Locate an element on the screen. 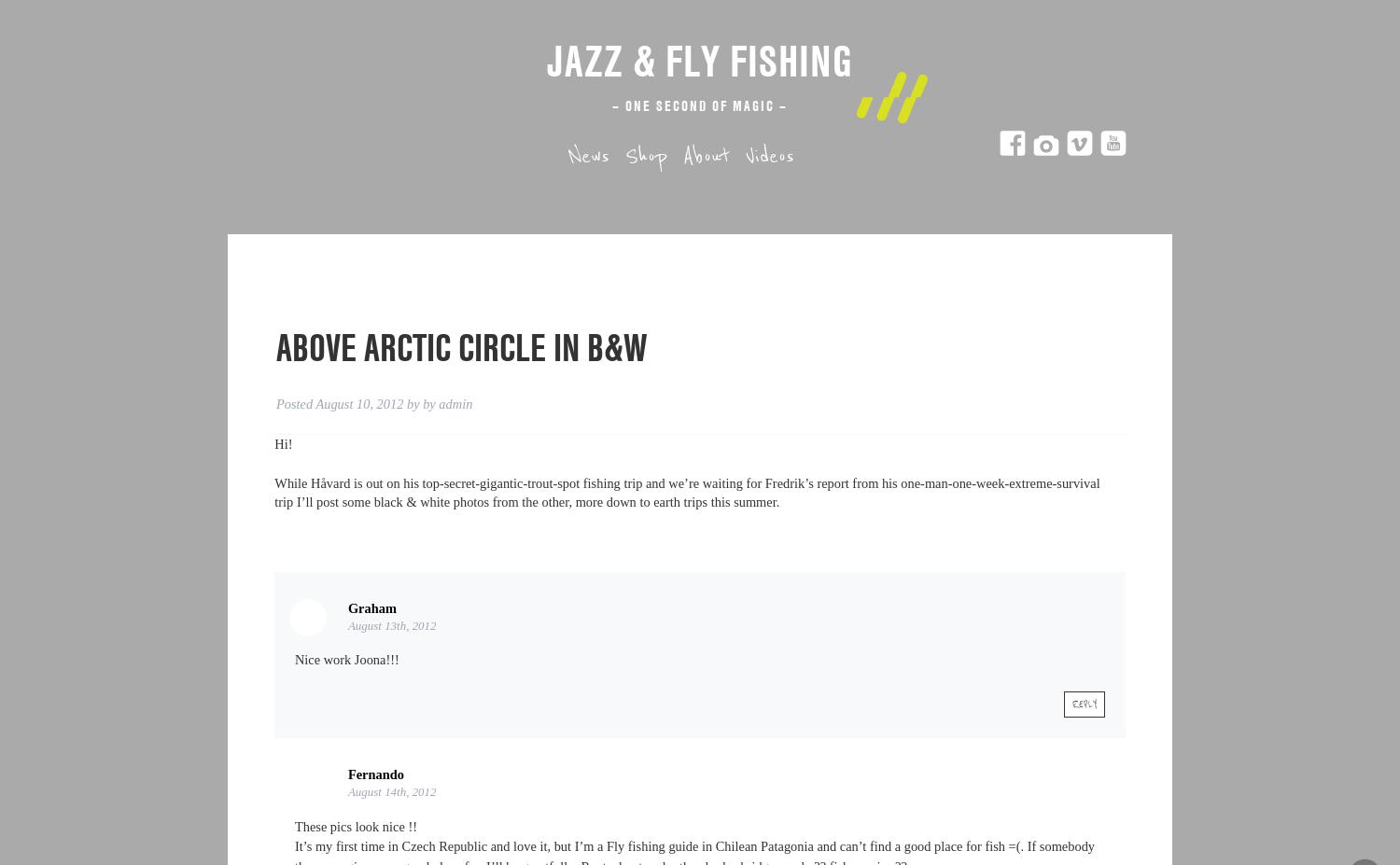 This screenshot has width=1400, height=865. 'Shop' is located at coordinates (624, 156).